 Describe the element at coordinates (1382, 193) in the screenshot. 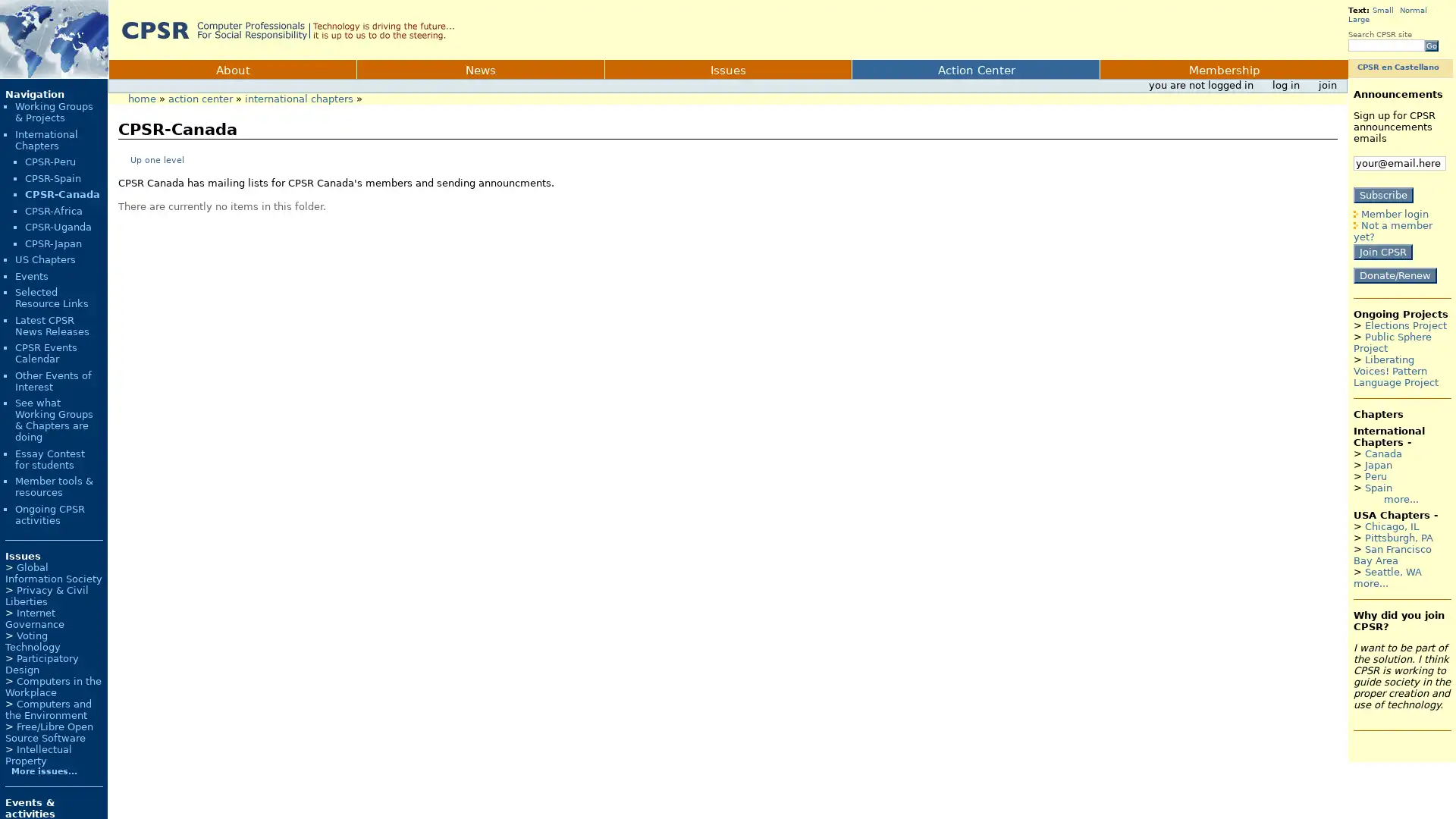

I see `Subscribe` at that location.